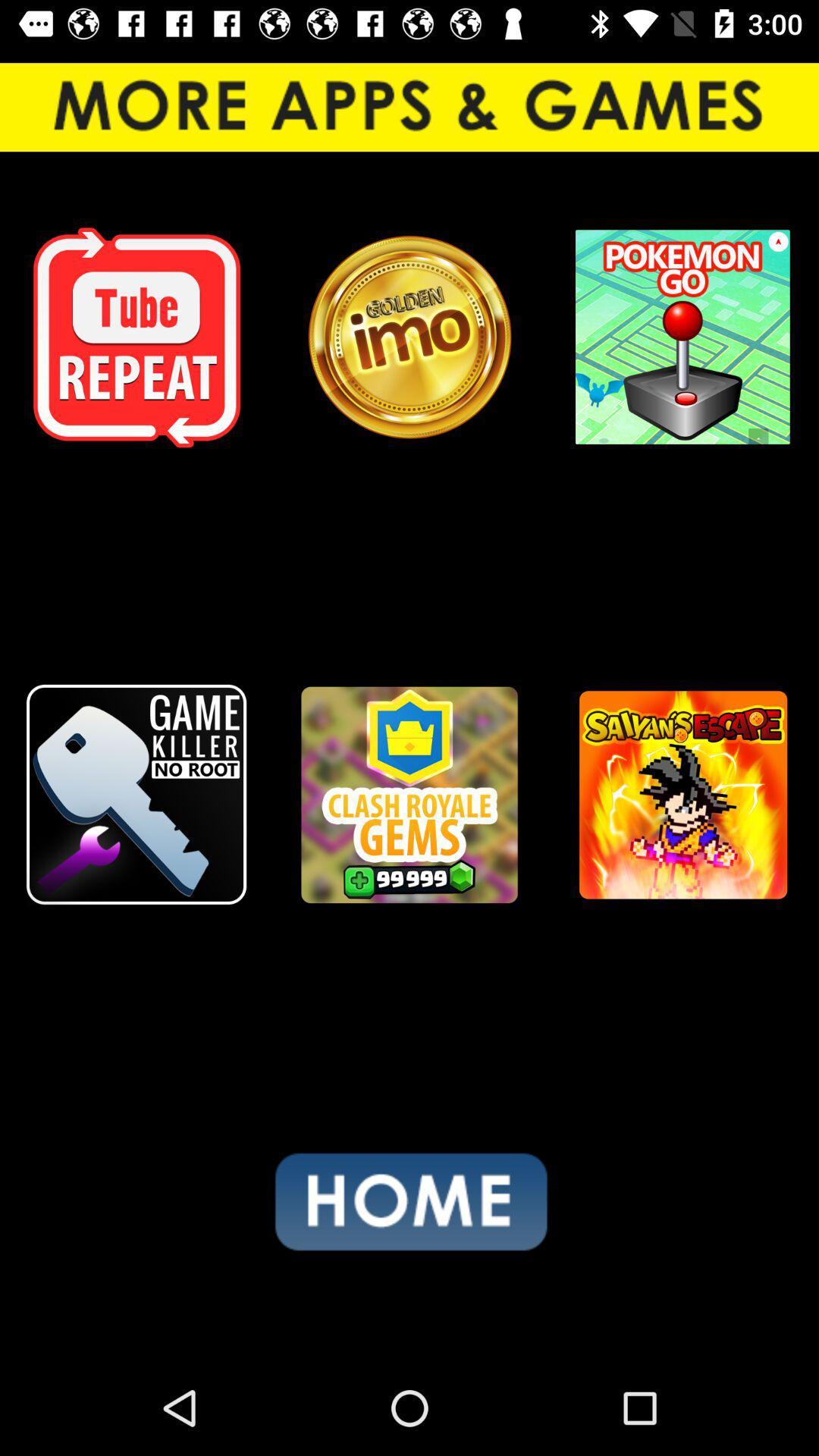 The width and height of the screenshot is (819, 1456). What do you see at coordinates (681, 794) in the screenshot?
I see `game` at bounding box center [681, 794].